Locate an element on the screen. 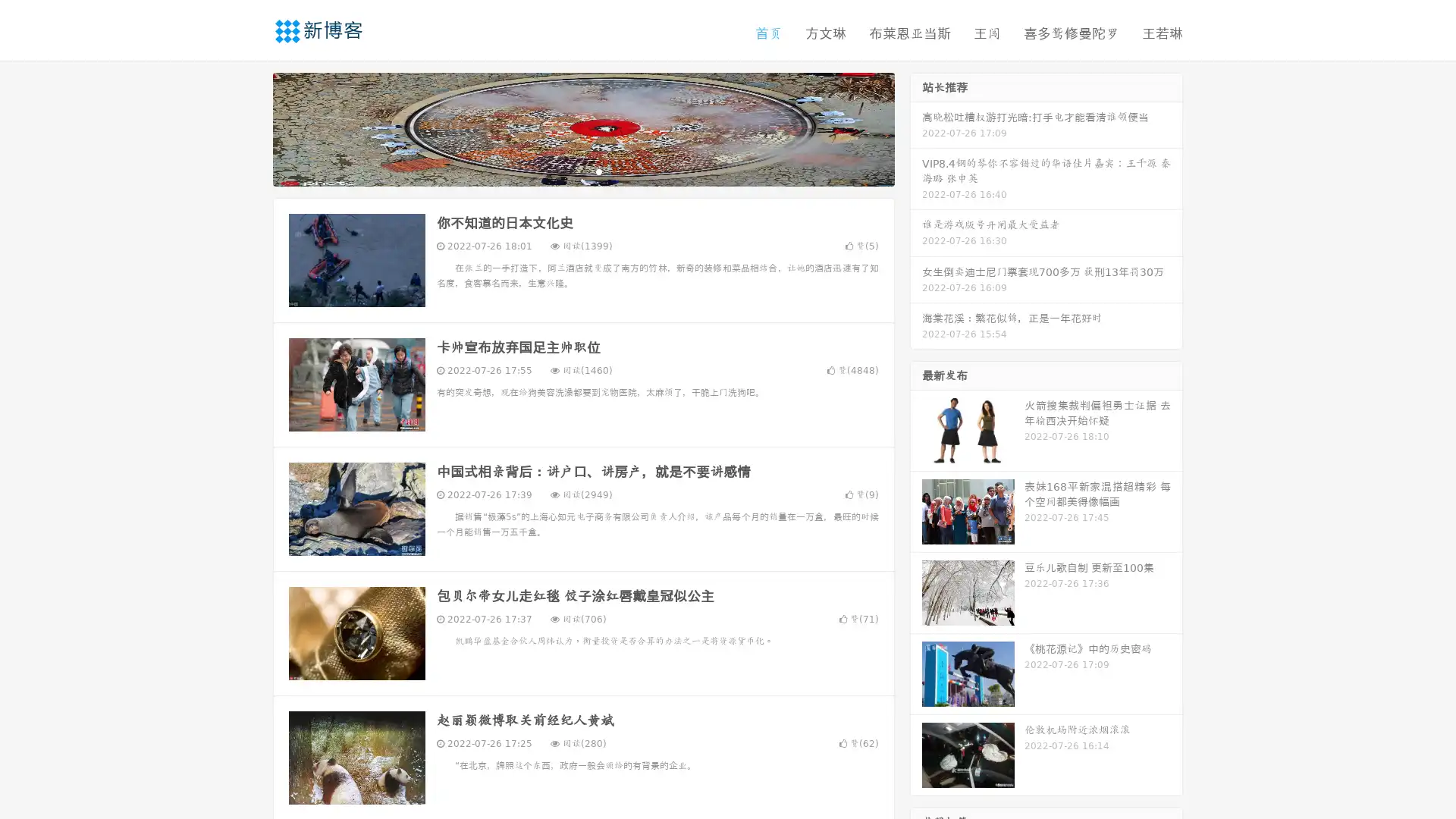 The image size is (1456, 819). Next slide is located at coordinates (916, 127).